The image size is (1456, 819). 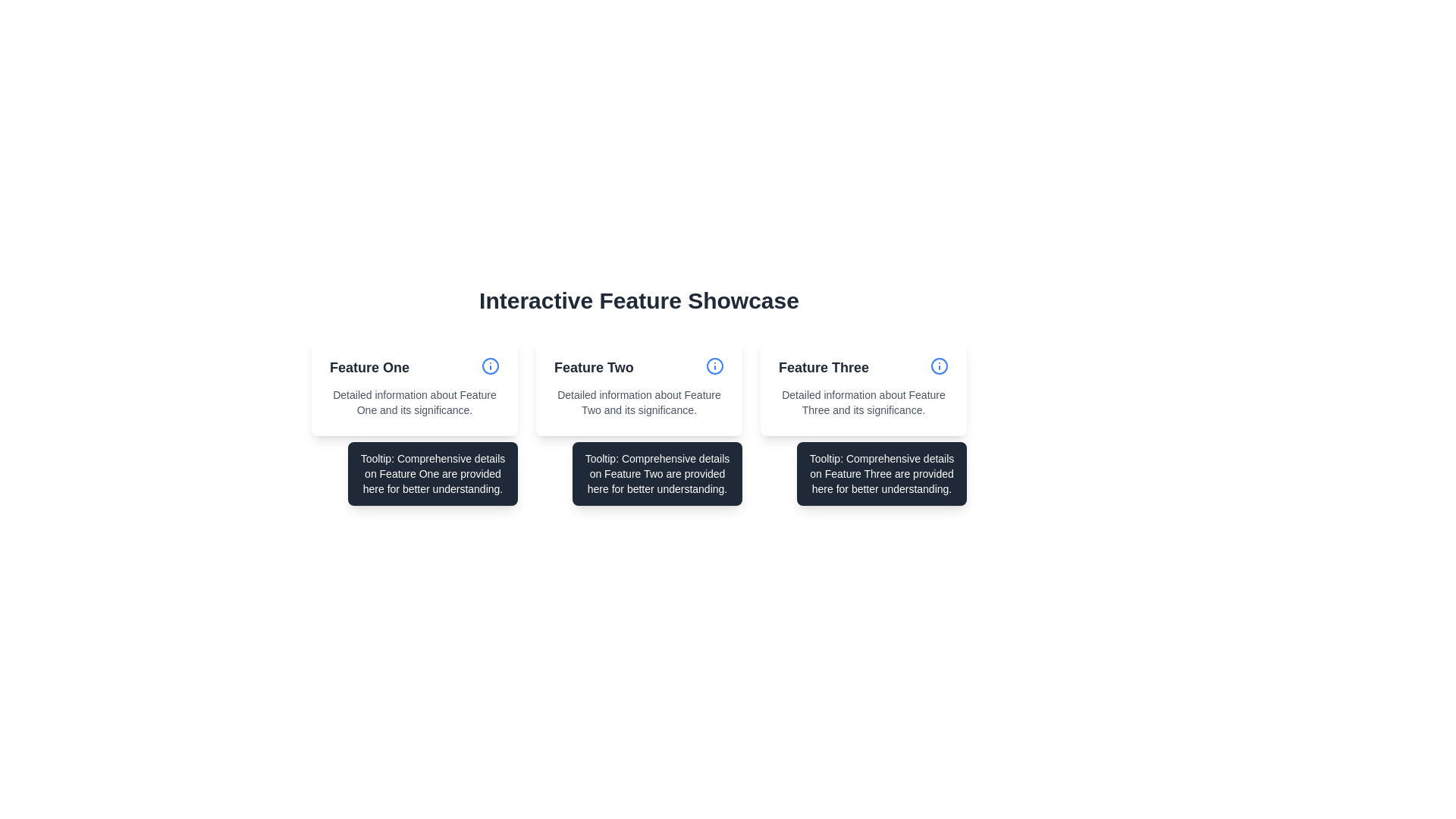 What do you see at coordinates (639, 402) in the screenshot?
I see `the informational text element that describes 'Feature Two', located in the center panel under the heading 'Feature Two', positioned above a tooltip box` at bounding box center [639, 402].